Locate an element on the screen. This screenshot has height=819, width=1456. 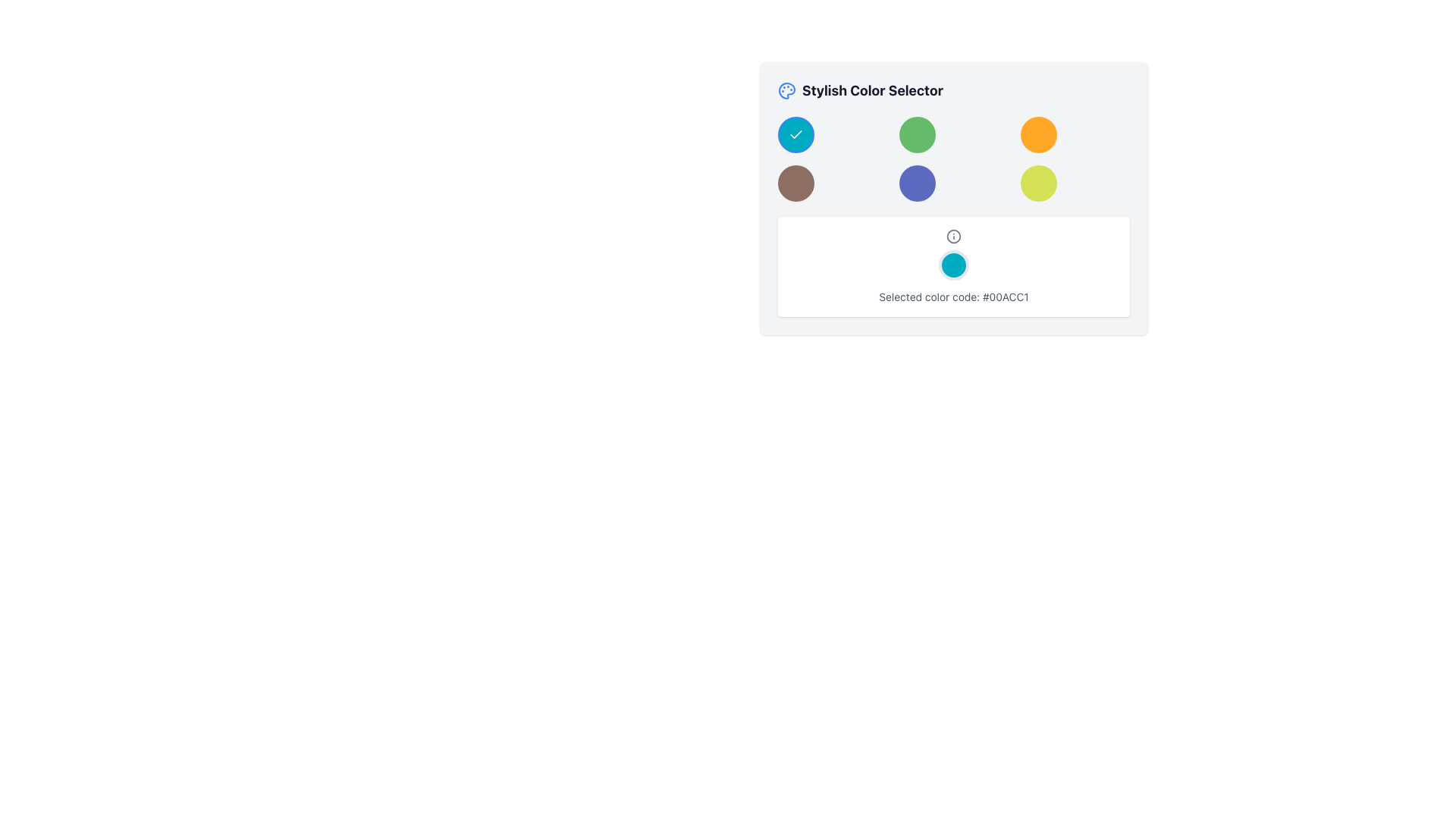
the fifth button in the 3x3 grid of selectable colored buttons is located at coordinates (1037, 133).